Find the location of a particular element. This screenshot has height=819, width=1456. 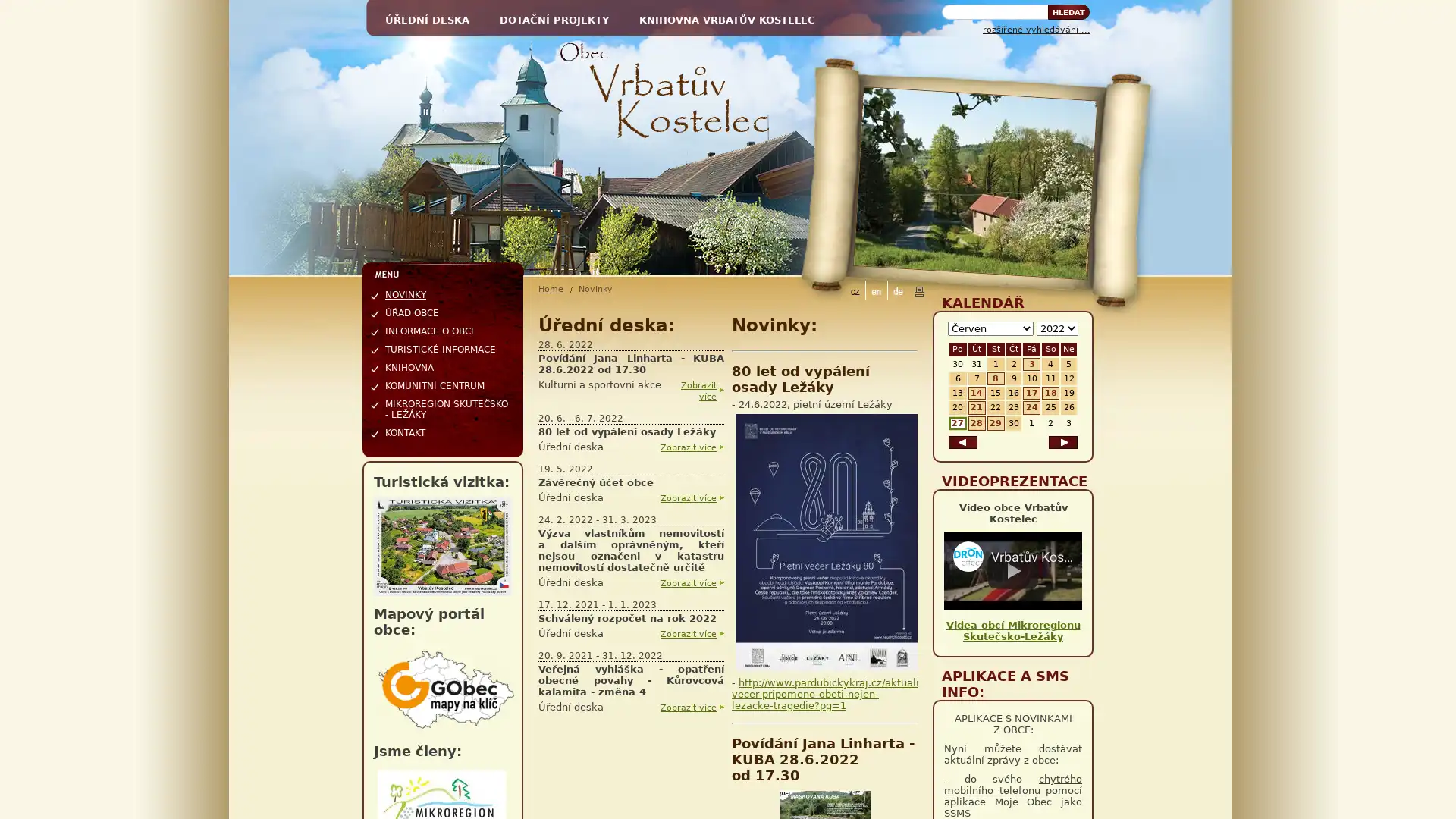

dalsi is located at coordinates (1062, 441).